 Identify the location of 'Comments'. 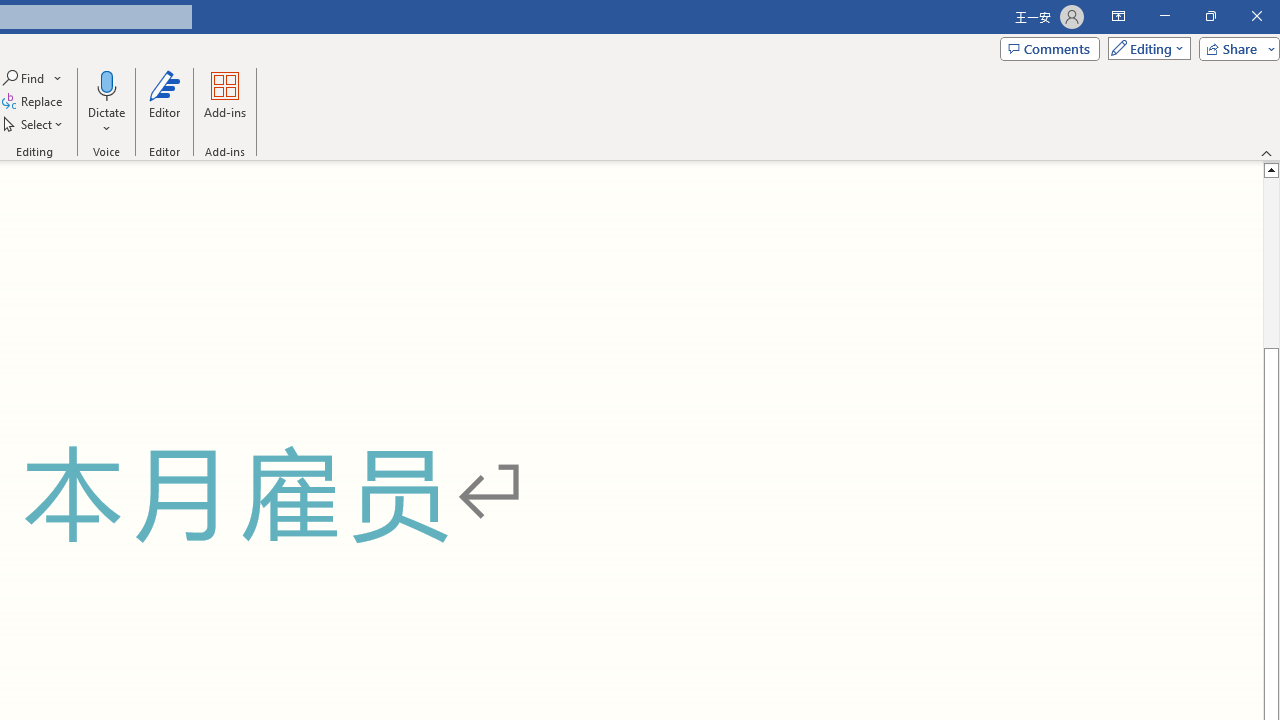
(1048, 47).